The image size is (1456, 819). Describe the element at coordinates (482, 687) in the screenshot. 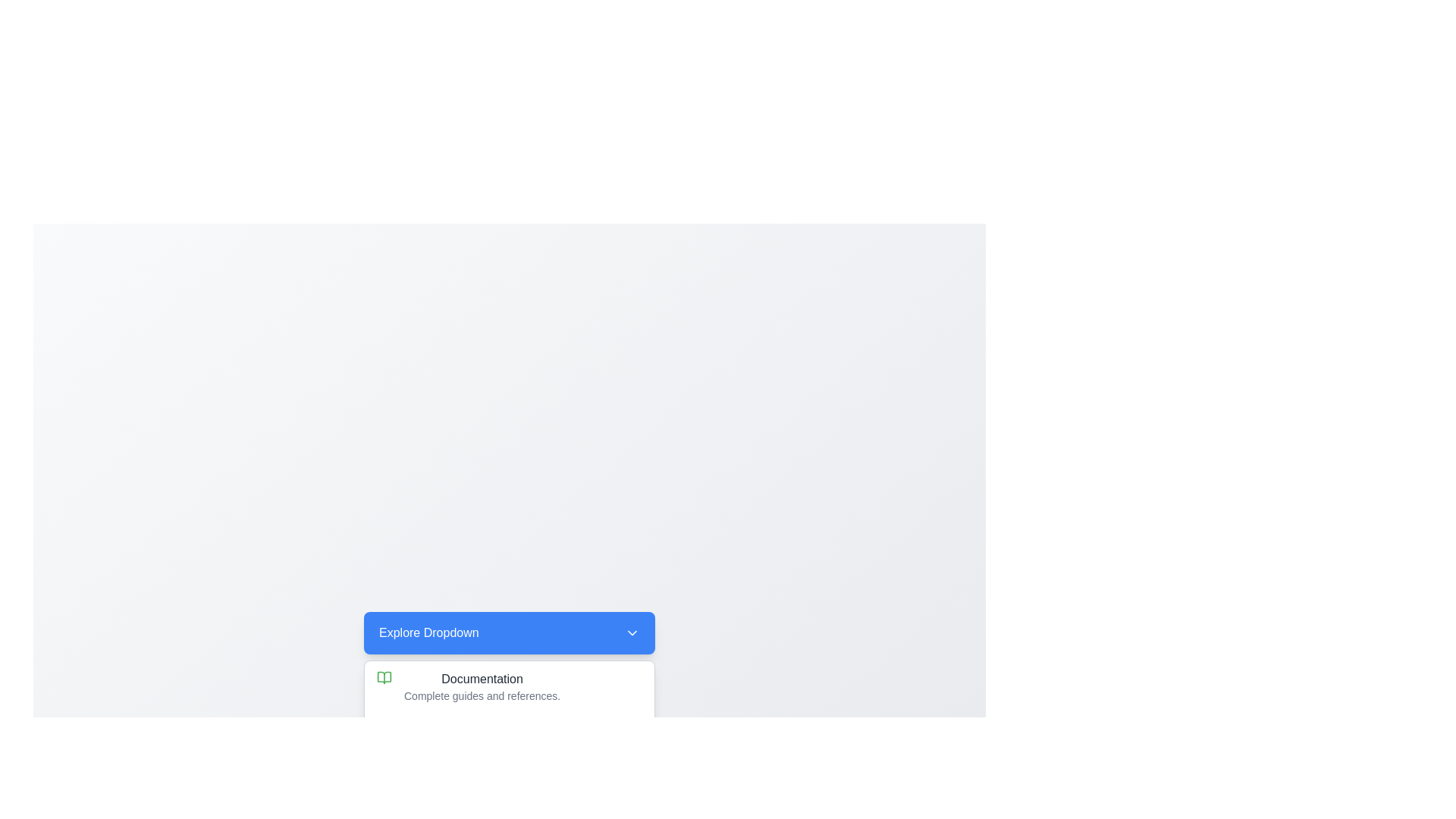

I see `the 'Documentation' text label located mid-bottom in the dropdown menu, just after the open book icon` at that location.